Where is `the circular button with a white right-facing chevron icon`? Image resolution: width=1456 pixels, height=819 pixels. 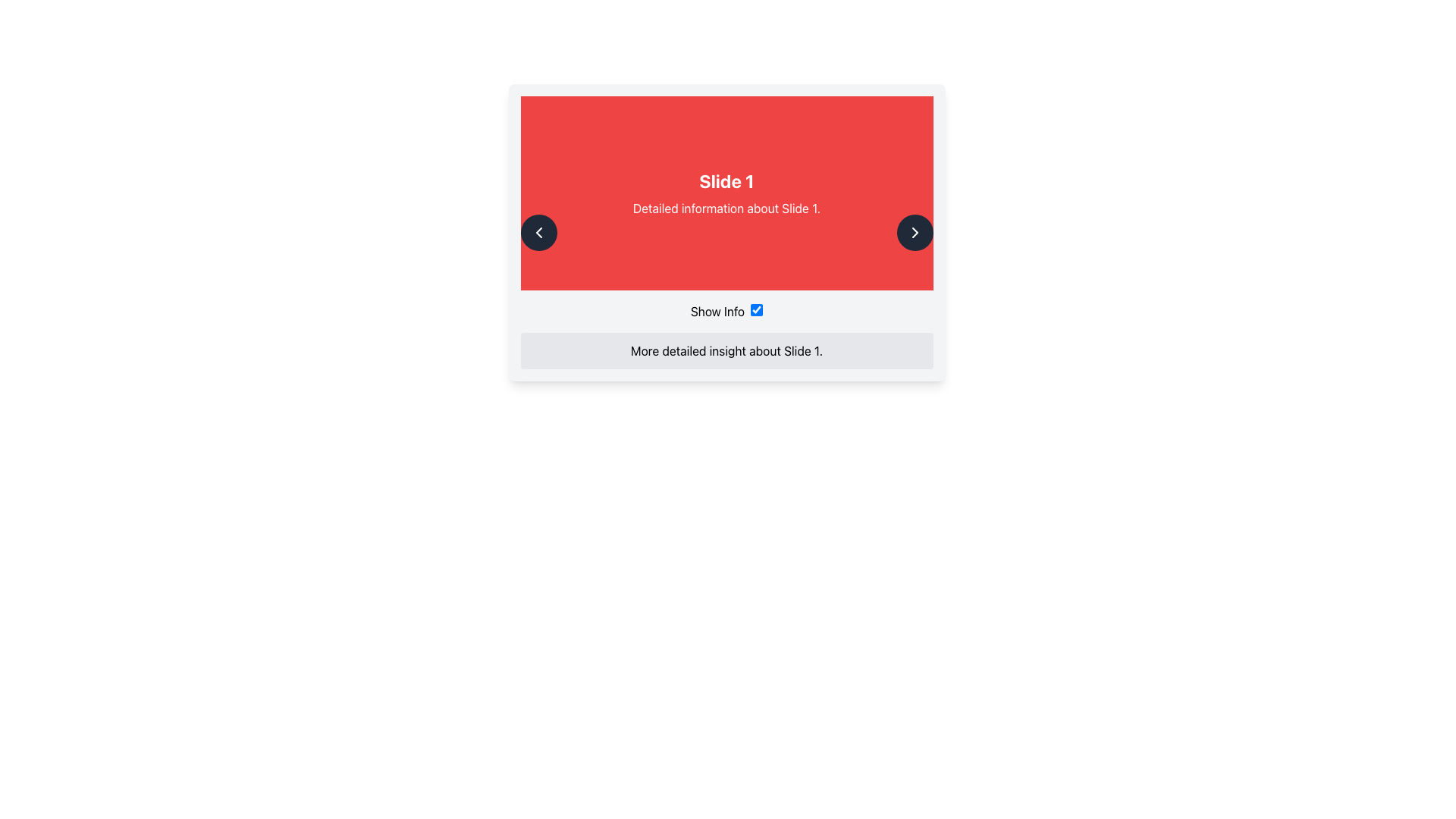
the circular button with a white right-facing chevron icon is located at coordinates (914, 233).